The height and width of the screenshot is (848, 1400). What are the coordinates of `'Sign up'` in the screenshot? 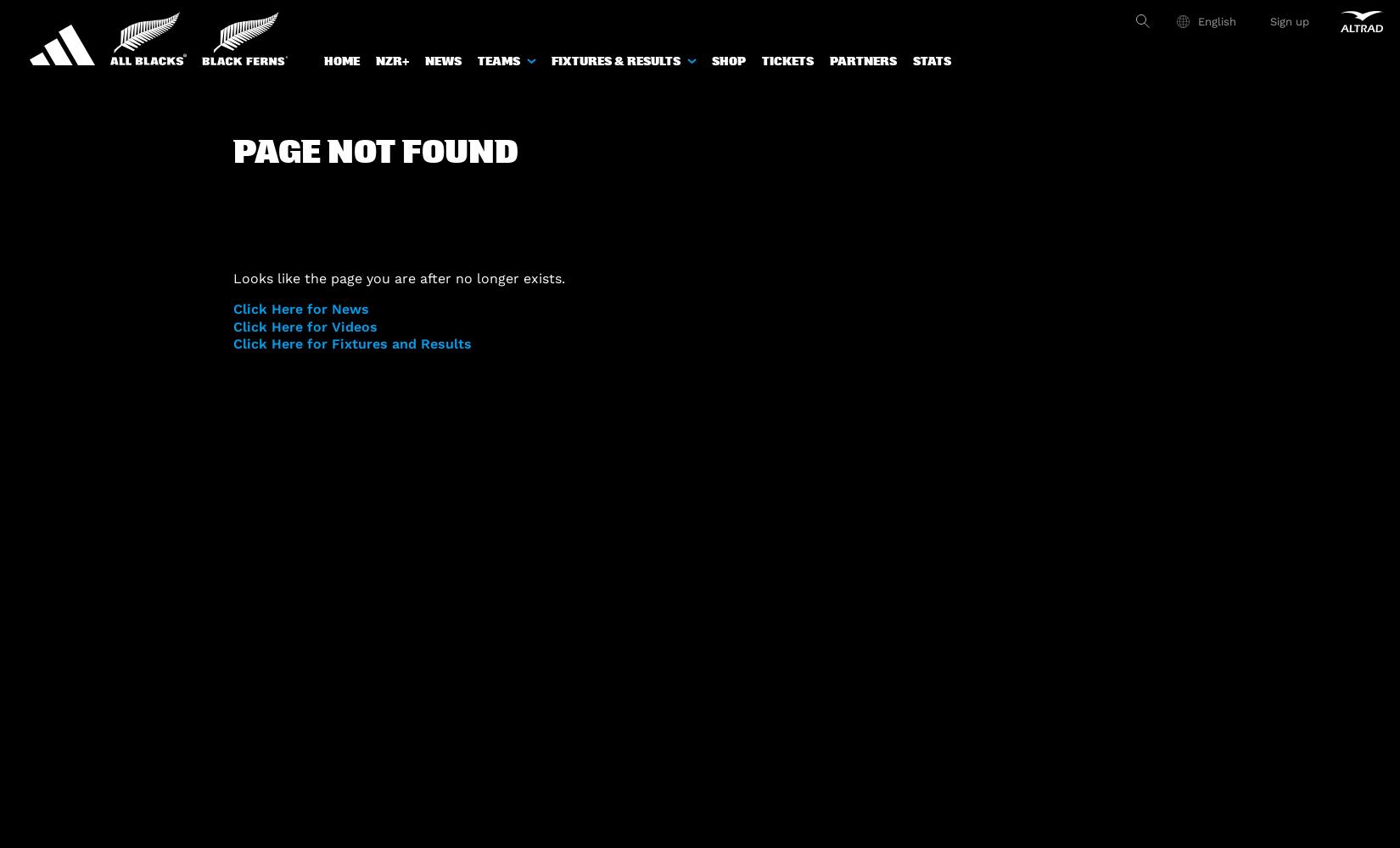 It's located at (1288, 20).